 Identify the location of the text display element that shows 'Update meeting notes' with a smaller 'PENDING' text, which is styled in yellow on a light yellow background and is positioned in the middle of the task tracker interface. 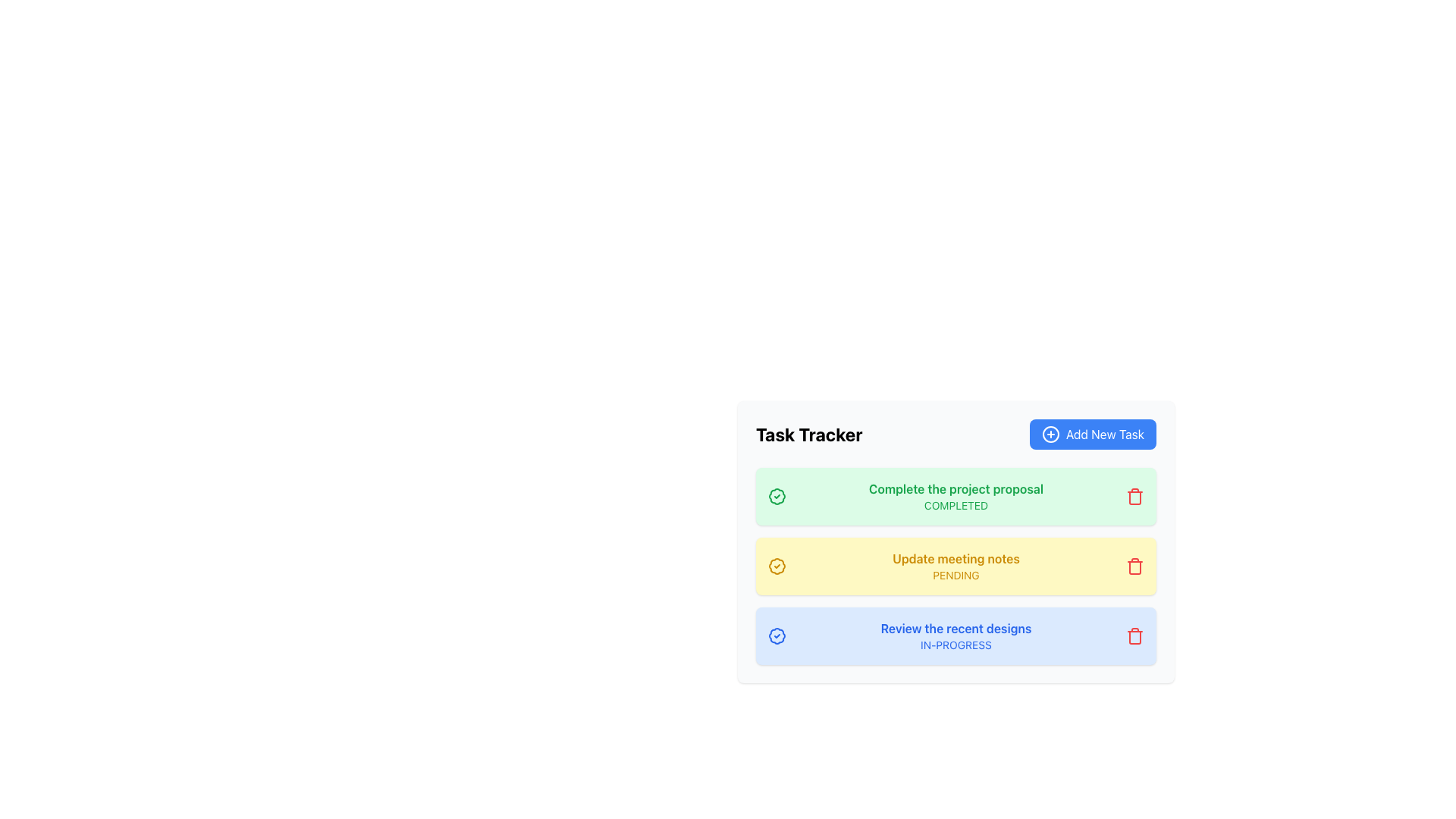
(955, 566).